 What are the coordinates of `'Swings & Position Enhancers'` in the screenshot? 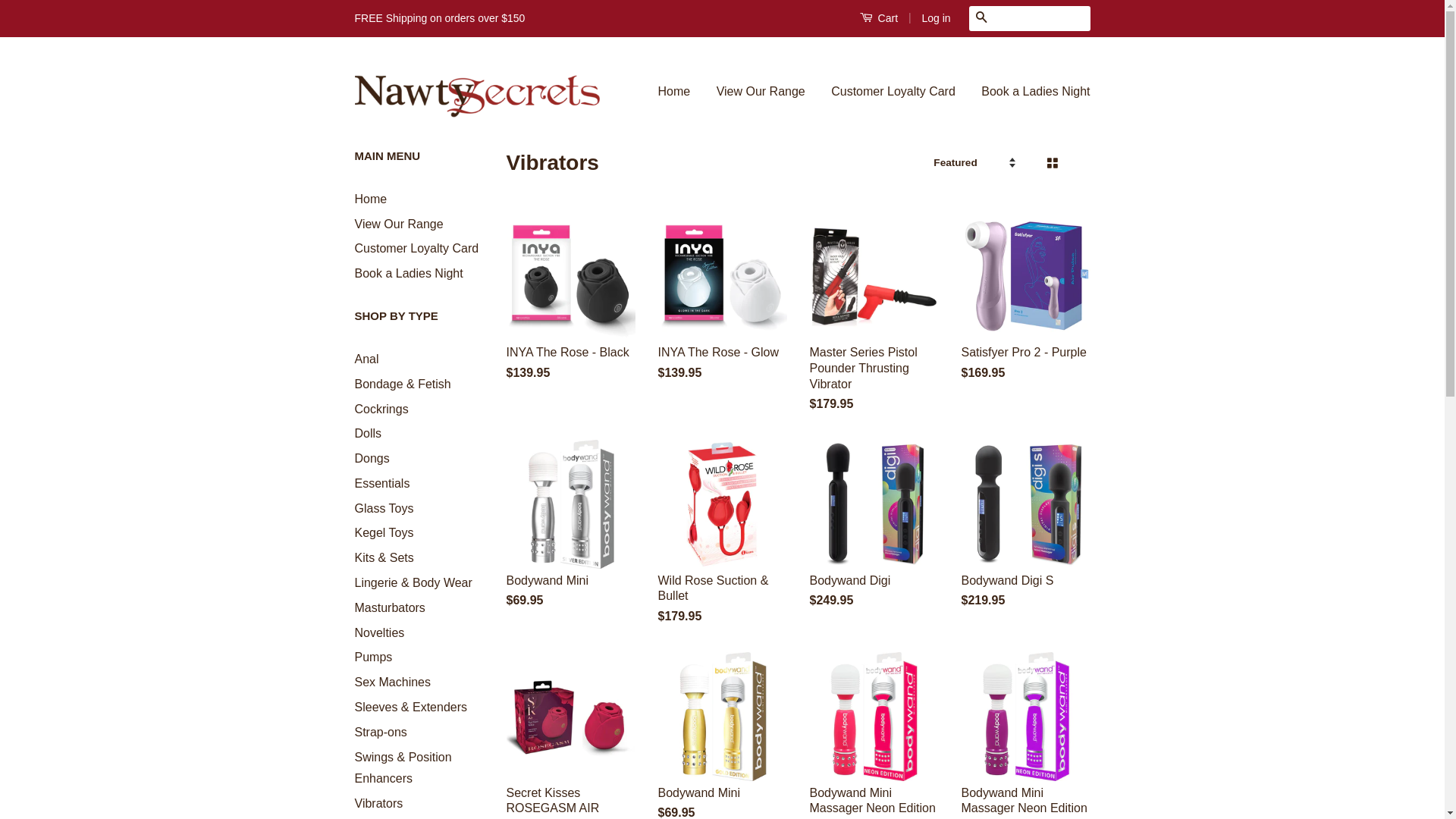 It's located at (403, 768).